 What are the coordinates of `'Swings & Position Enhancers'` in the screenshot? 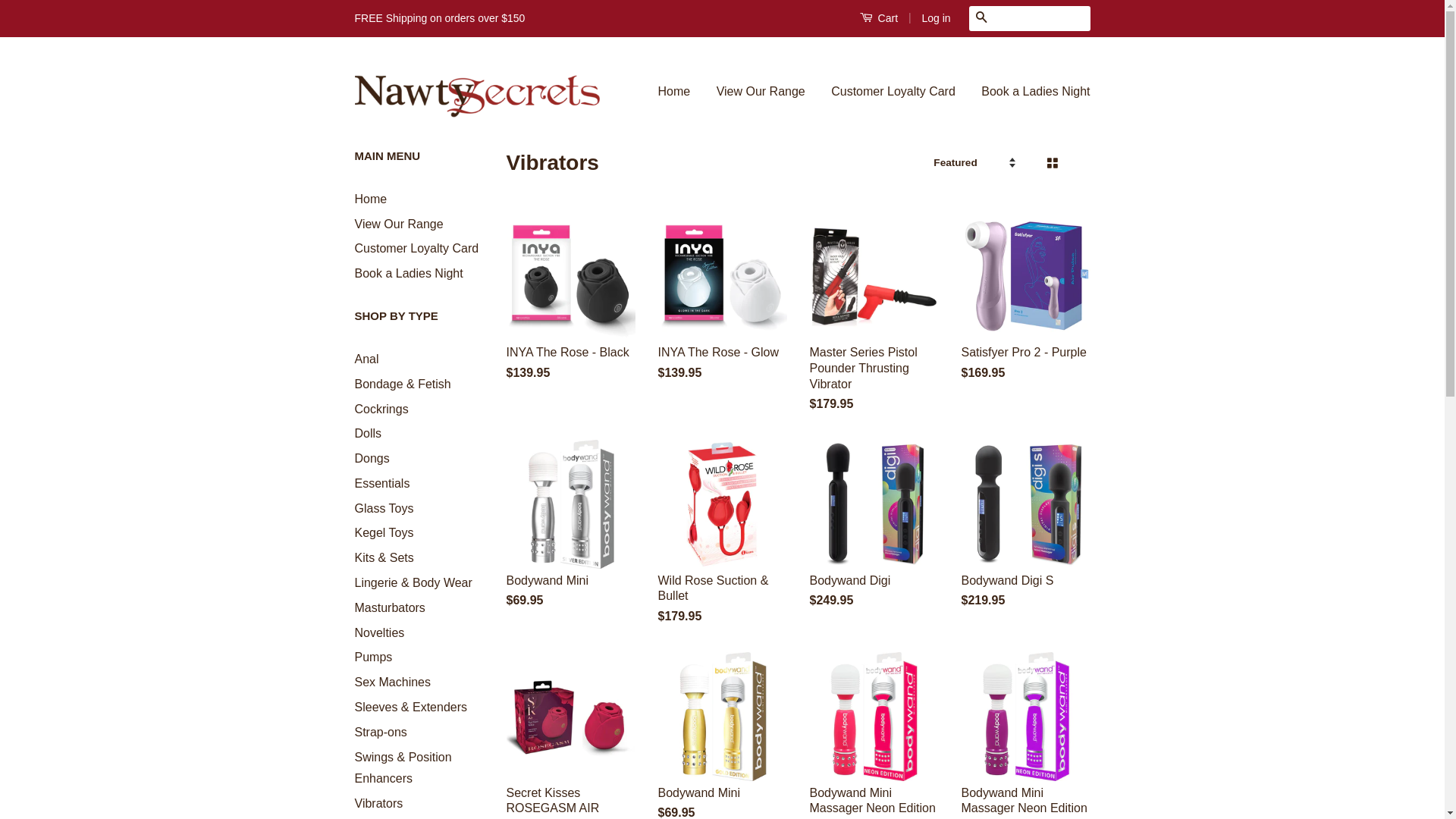 It's located at (403, 768).